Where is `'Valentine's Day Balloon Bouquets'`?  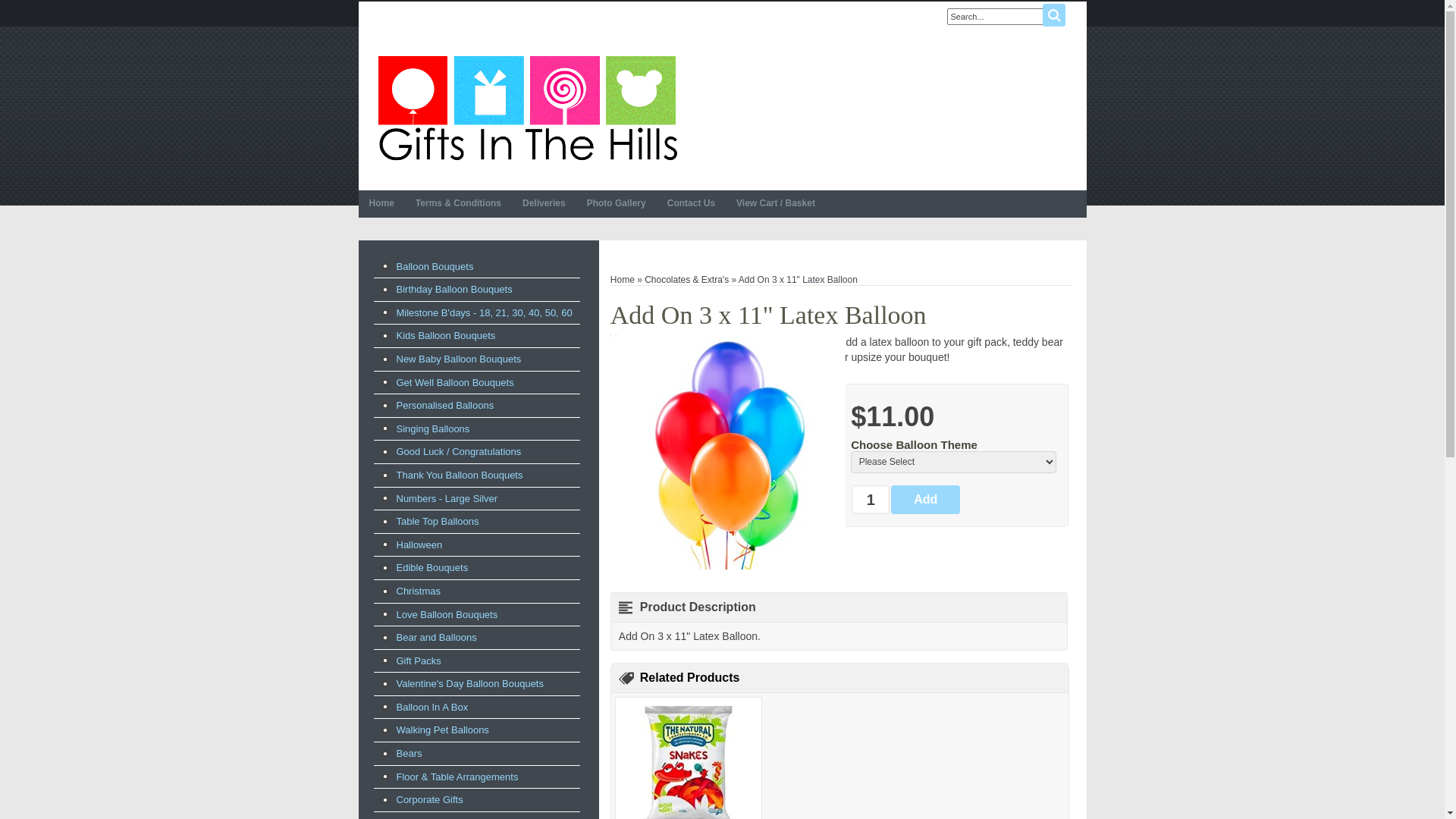
'Valentine's Day Balloon Bouquets' is located at coordinates (475, 684).